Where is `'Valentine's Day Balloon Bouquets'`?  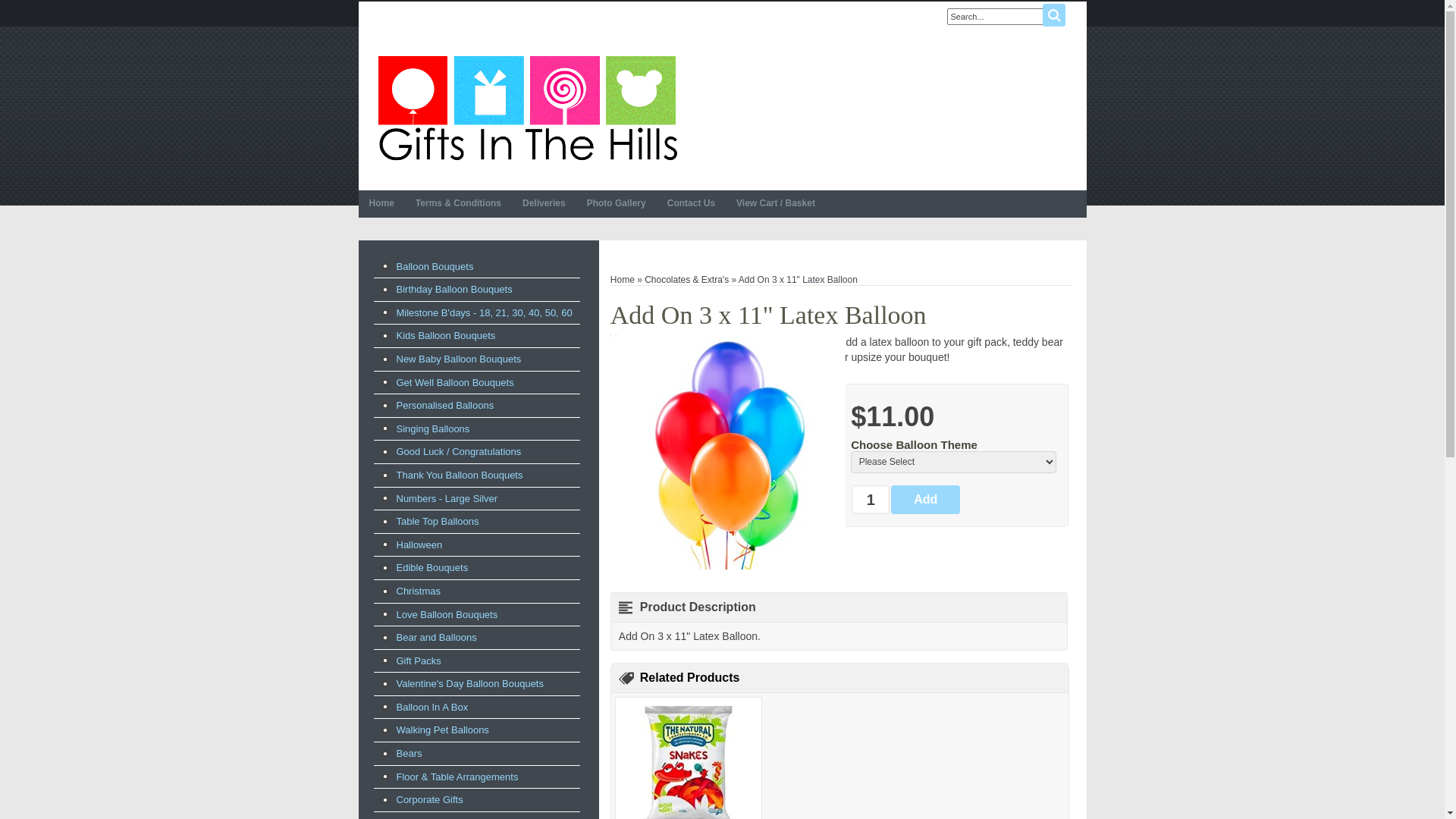
'Valentine's Day Balloon Bouquets' is located at coordinates (475, 684).